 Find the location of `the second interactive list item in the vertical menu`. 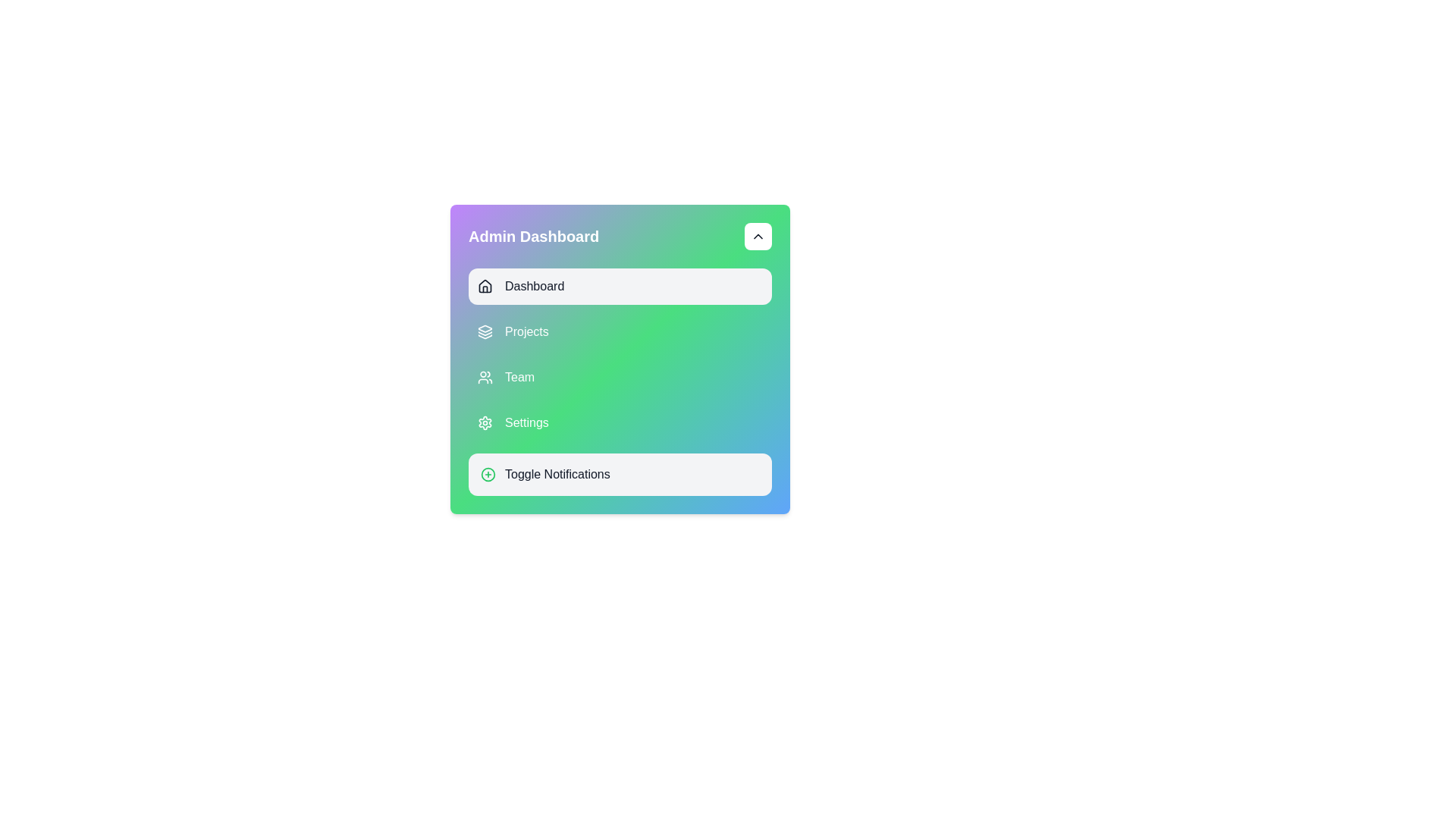

the second interactive list item in the vertical menu is located at coordinates (620, 331).